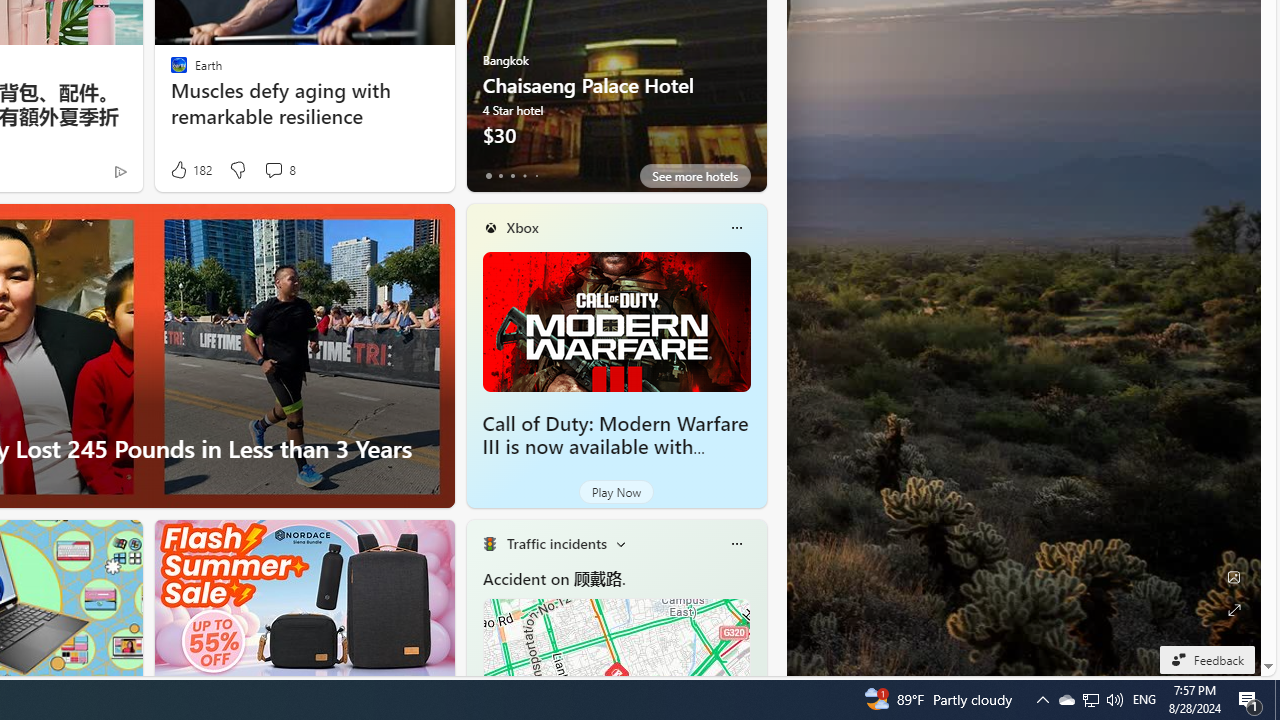 This screenshot has width=1280, height=720. Describe the element at coordinates (735, 543) in the screenshot. I see `'Class: icon-img'` at that location.